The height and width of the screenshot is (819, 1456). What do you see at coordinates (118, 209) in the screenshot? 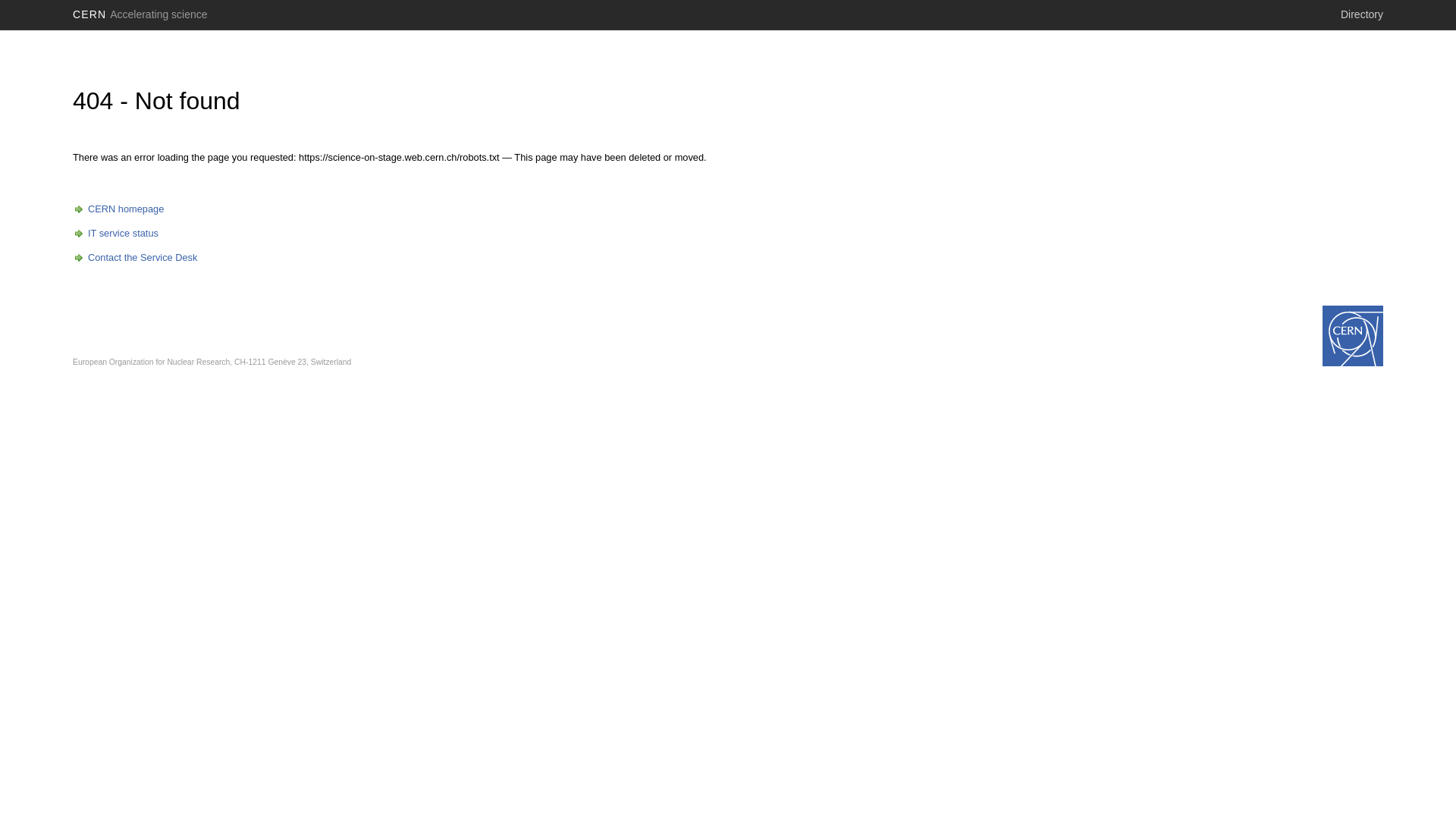
I see `'CERN homepage'` at bounding box center [118, 209].